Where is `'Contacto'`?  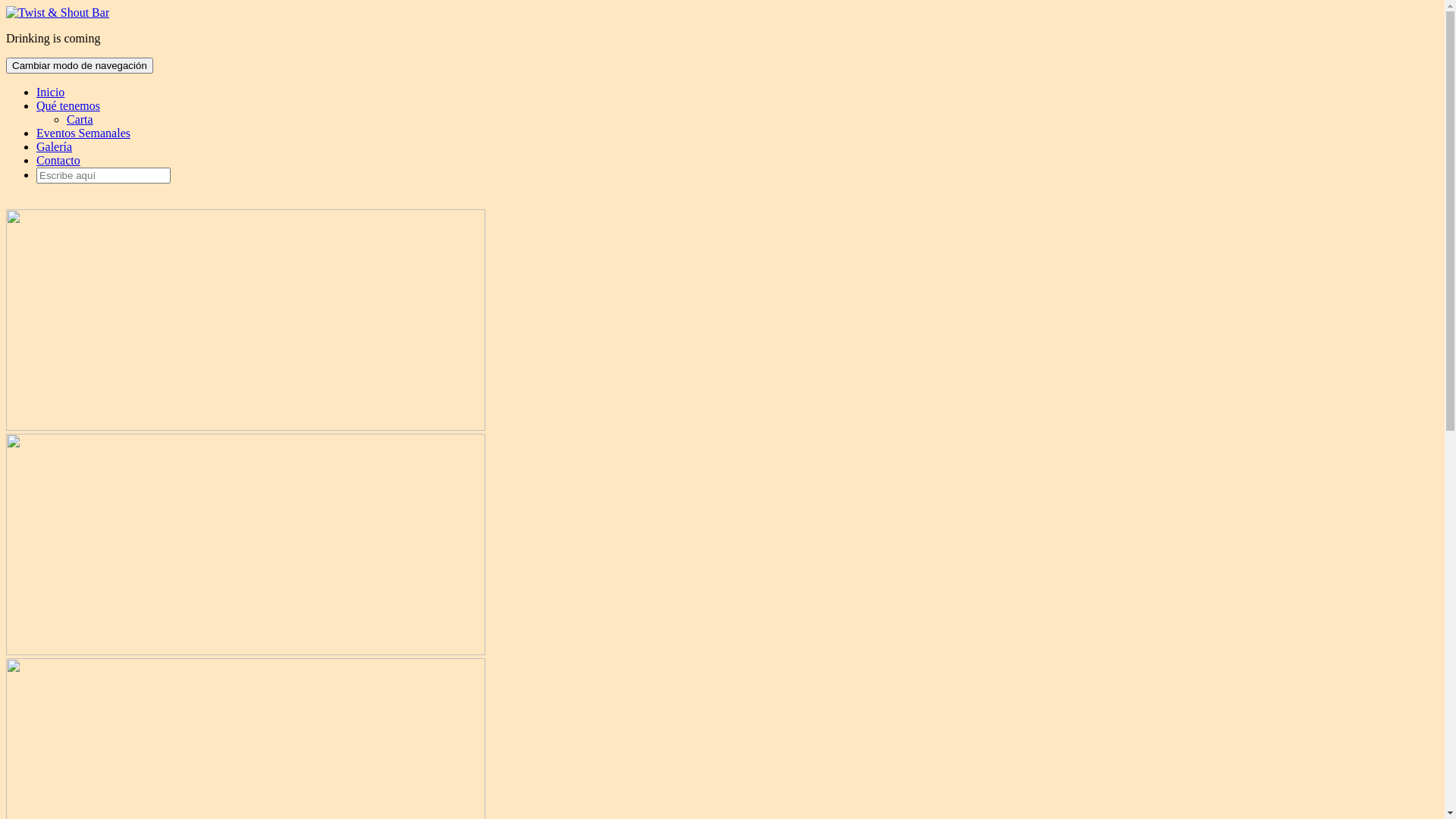
'Contacto' is located at coordinates (36, 160).